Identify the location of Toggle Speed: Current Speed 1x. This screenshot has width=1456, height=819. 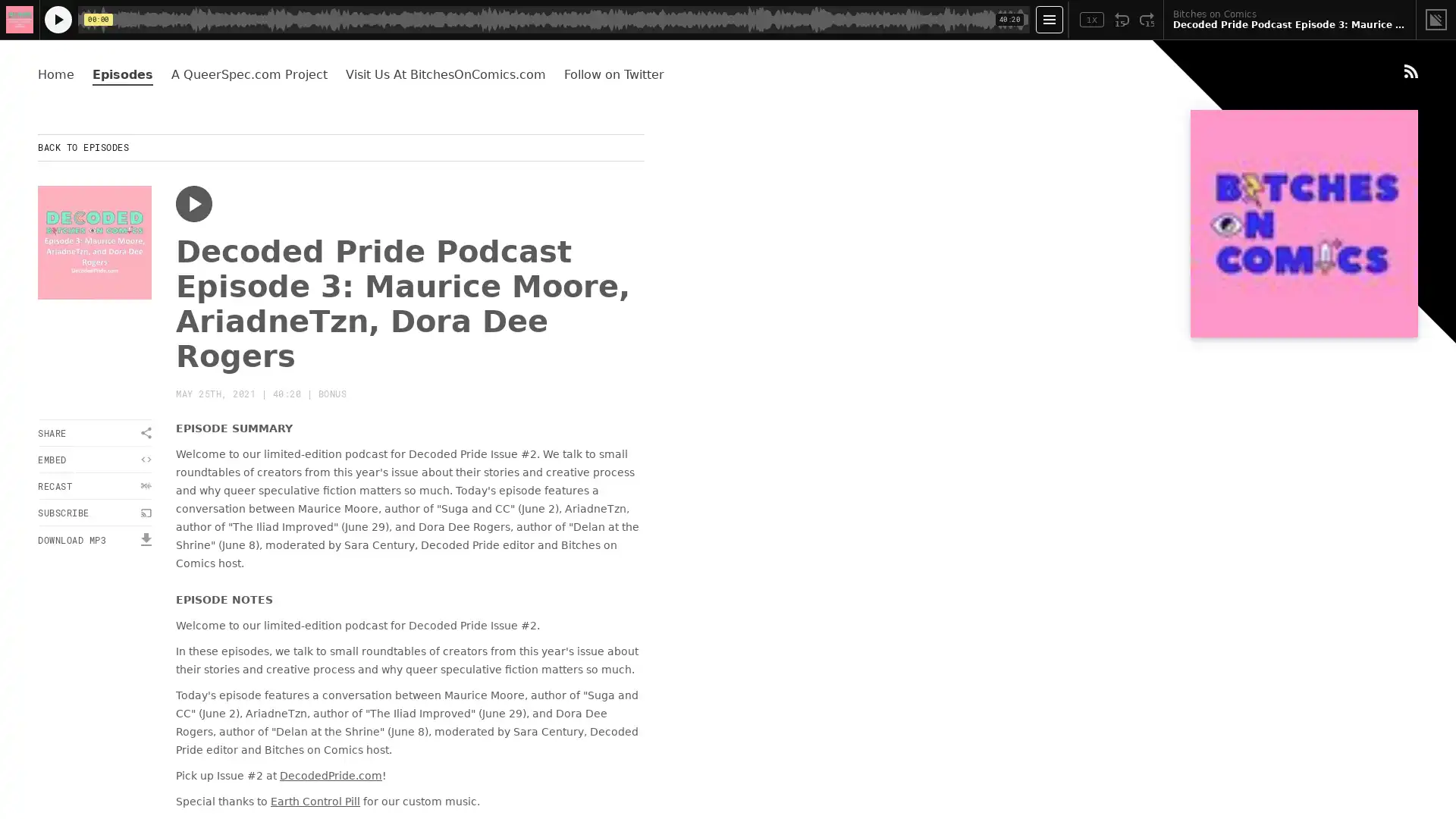
(1092, 20).